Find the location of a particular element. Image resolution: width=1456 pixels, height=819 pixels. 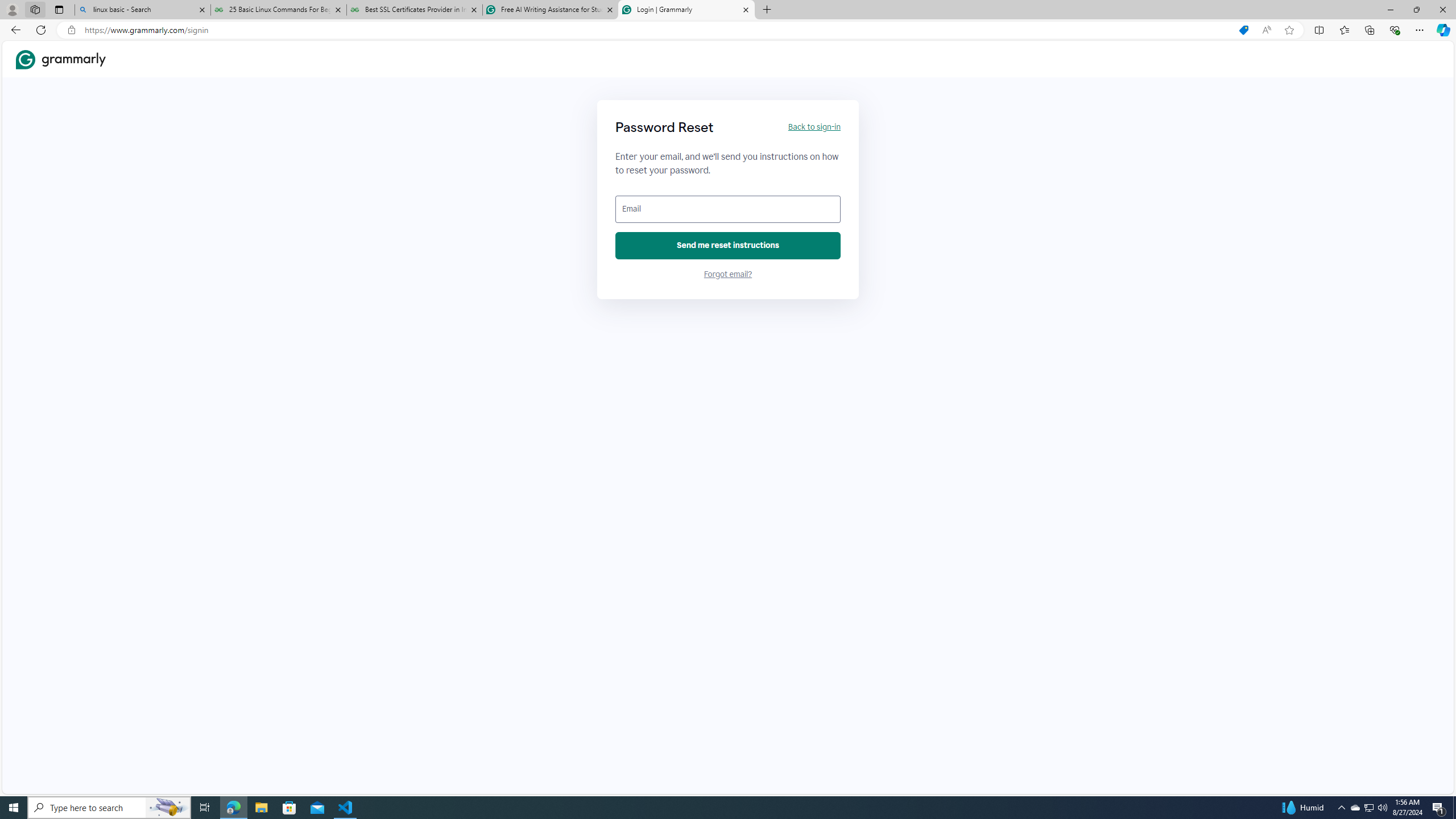

'linux basic - Search' is located at coordinates (142, 9).